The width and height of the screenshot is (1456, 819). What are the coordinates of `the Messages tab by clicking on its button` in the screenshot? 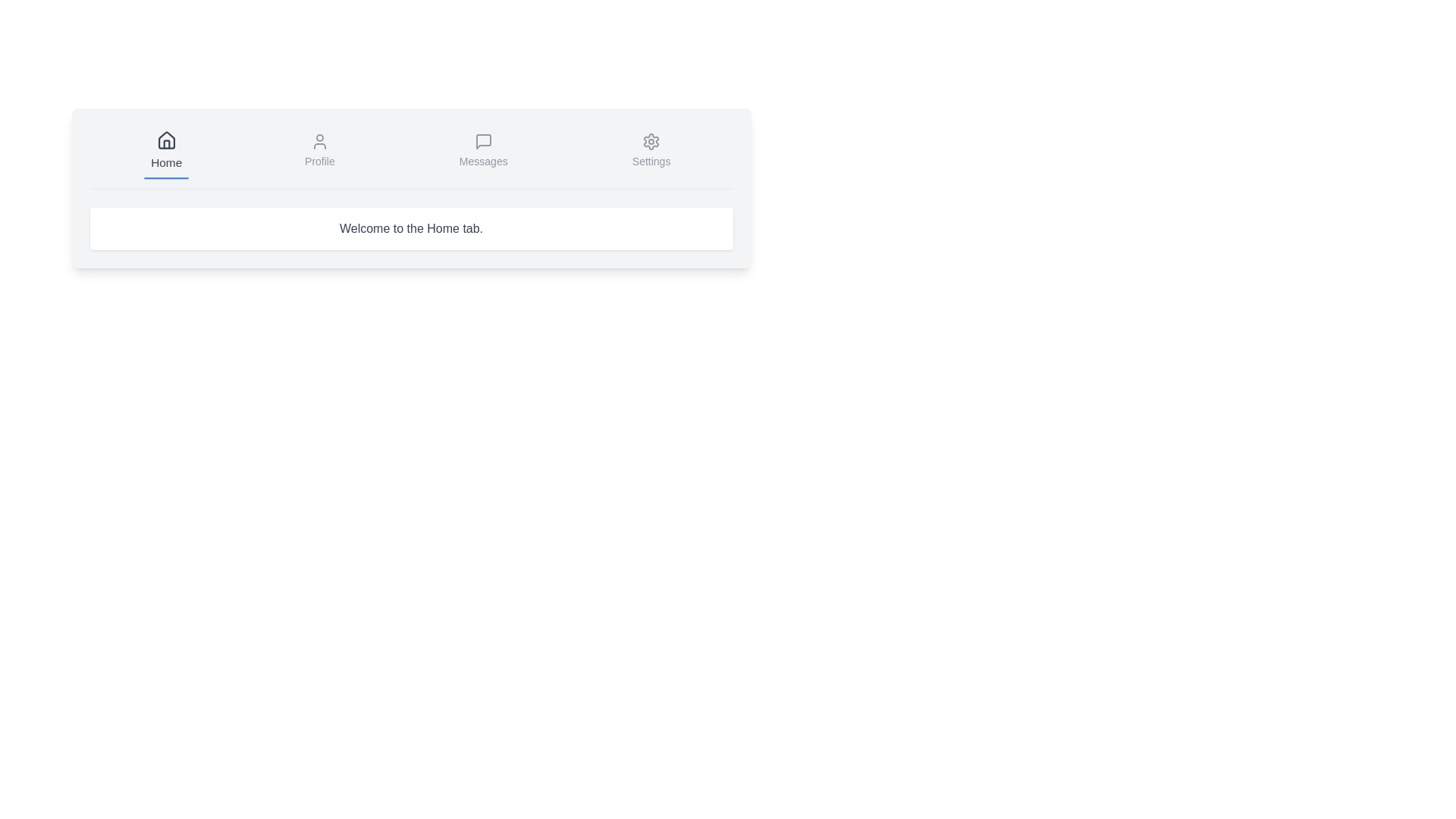 It's located at (482, 152).